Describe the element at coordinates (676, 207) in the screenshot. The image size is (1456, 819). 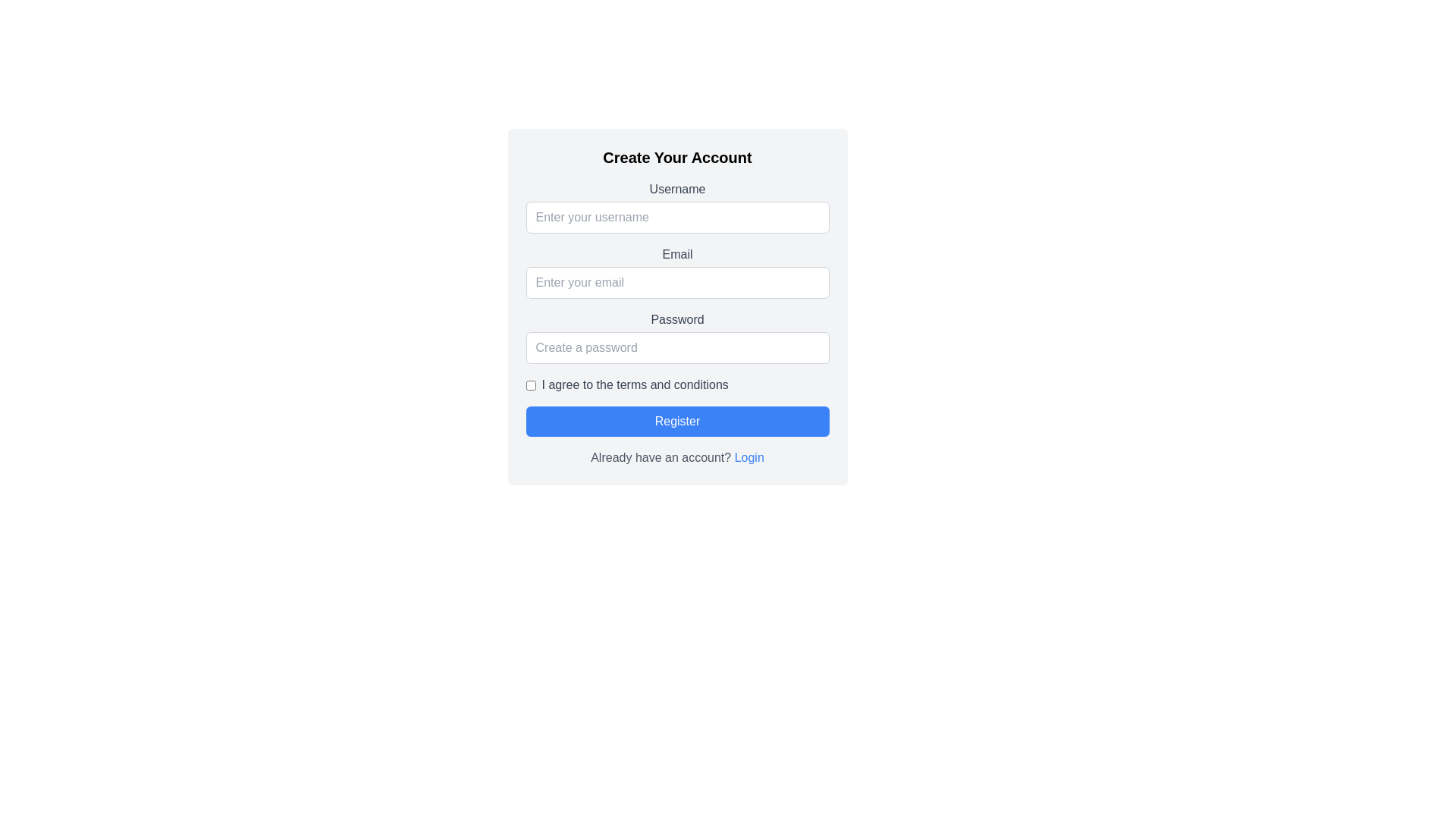
I see `the username input field located at the top of the registration form to focus on it` at that location.